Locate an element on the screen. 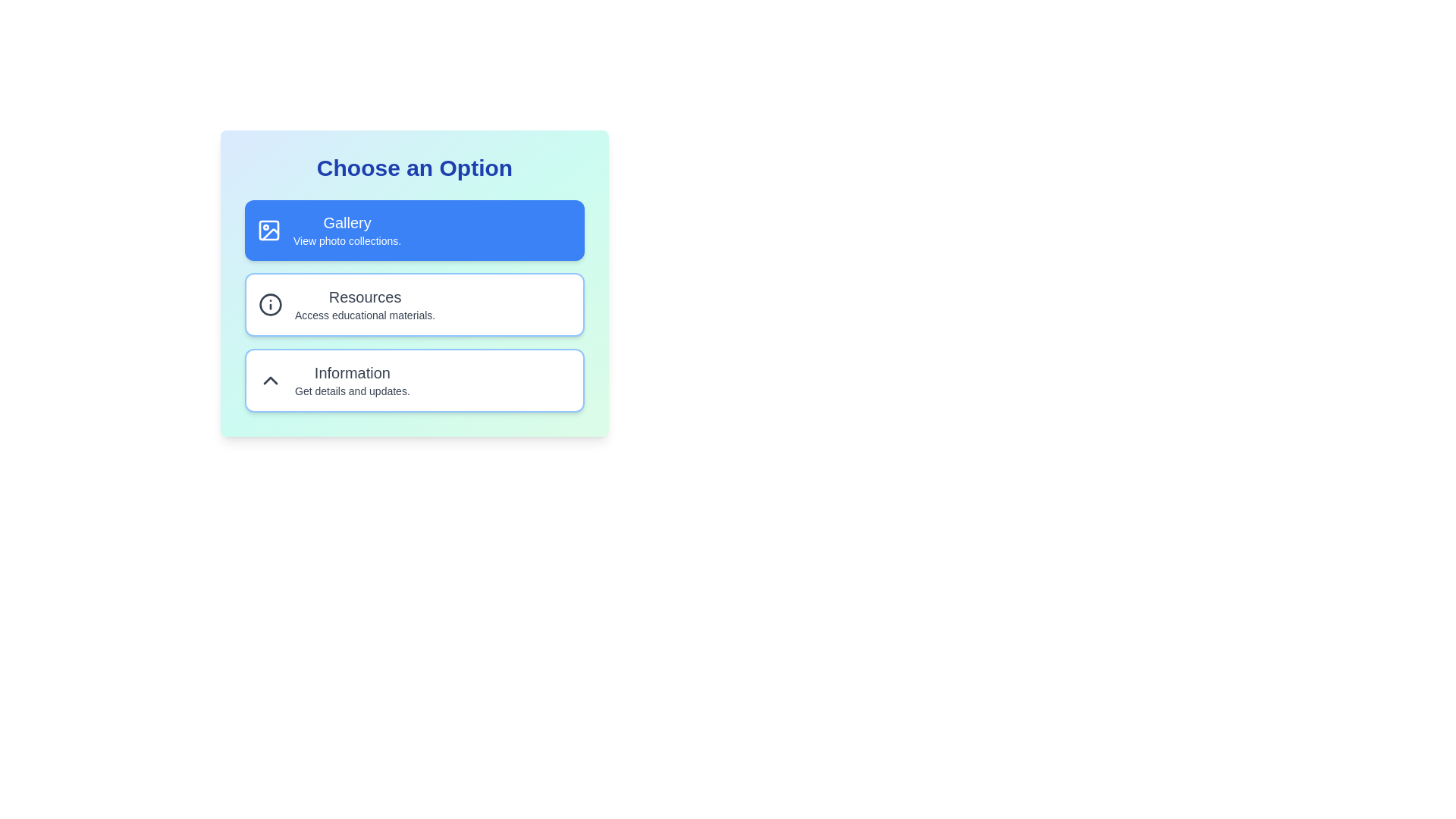 This screenshot has width=1456, height=819. text content of the Informative card labeled 'Information', which is the third card in a vertical stack below the 'Gallery' and 'Resources' cards is located at coordinates (351, 379).